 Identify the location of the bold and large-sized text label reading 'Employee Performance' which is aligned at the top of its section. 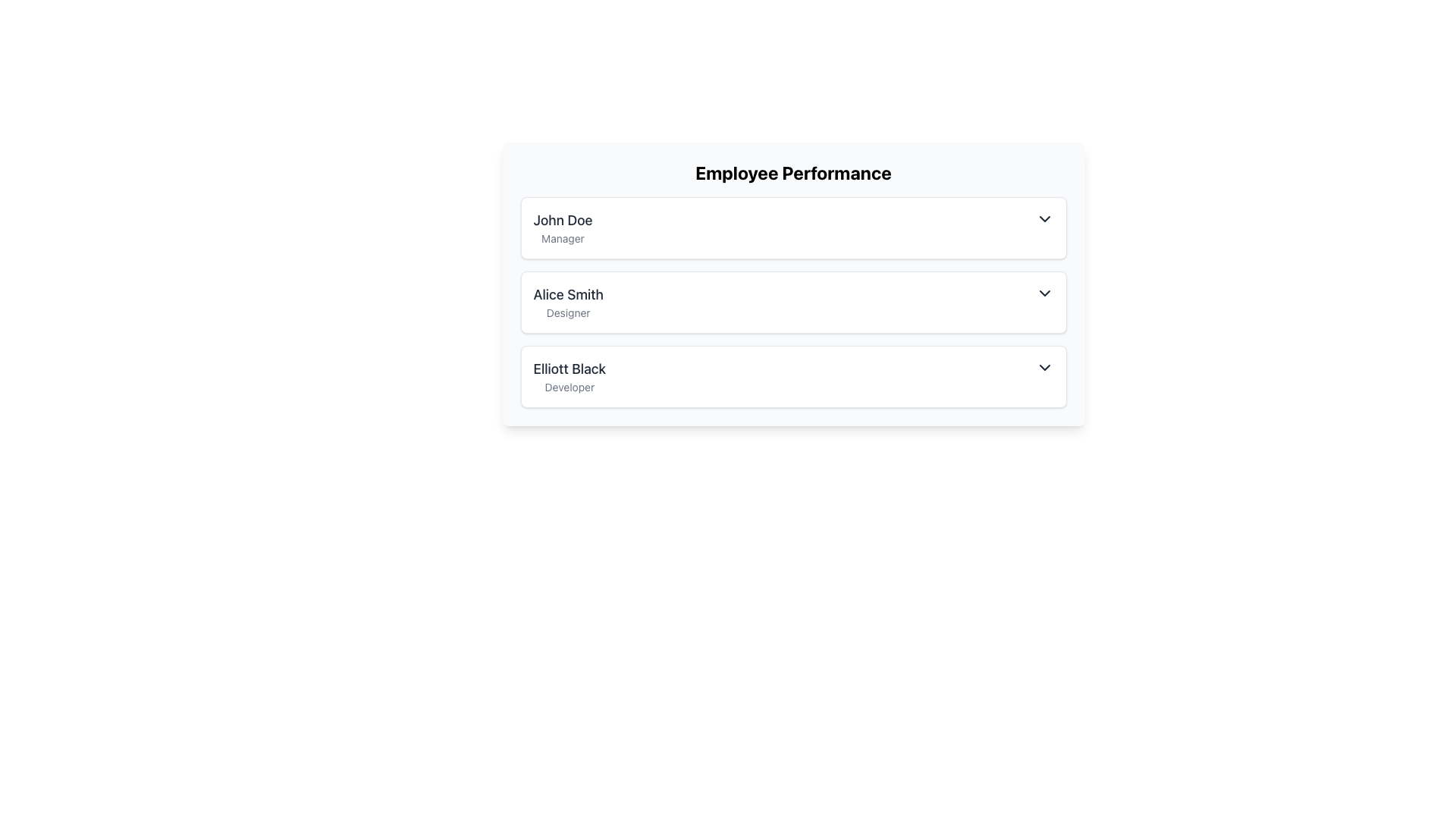
(792, 171).